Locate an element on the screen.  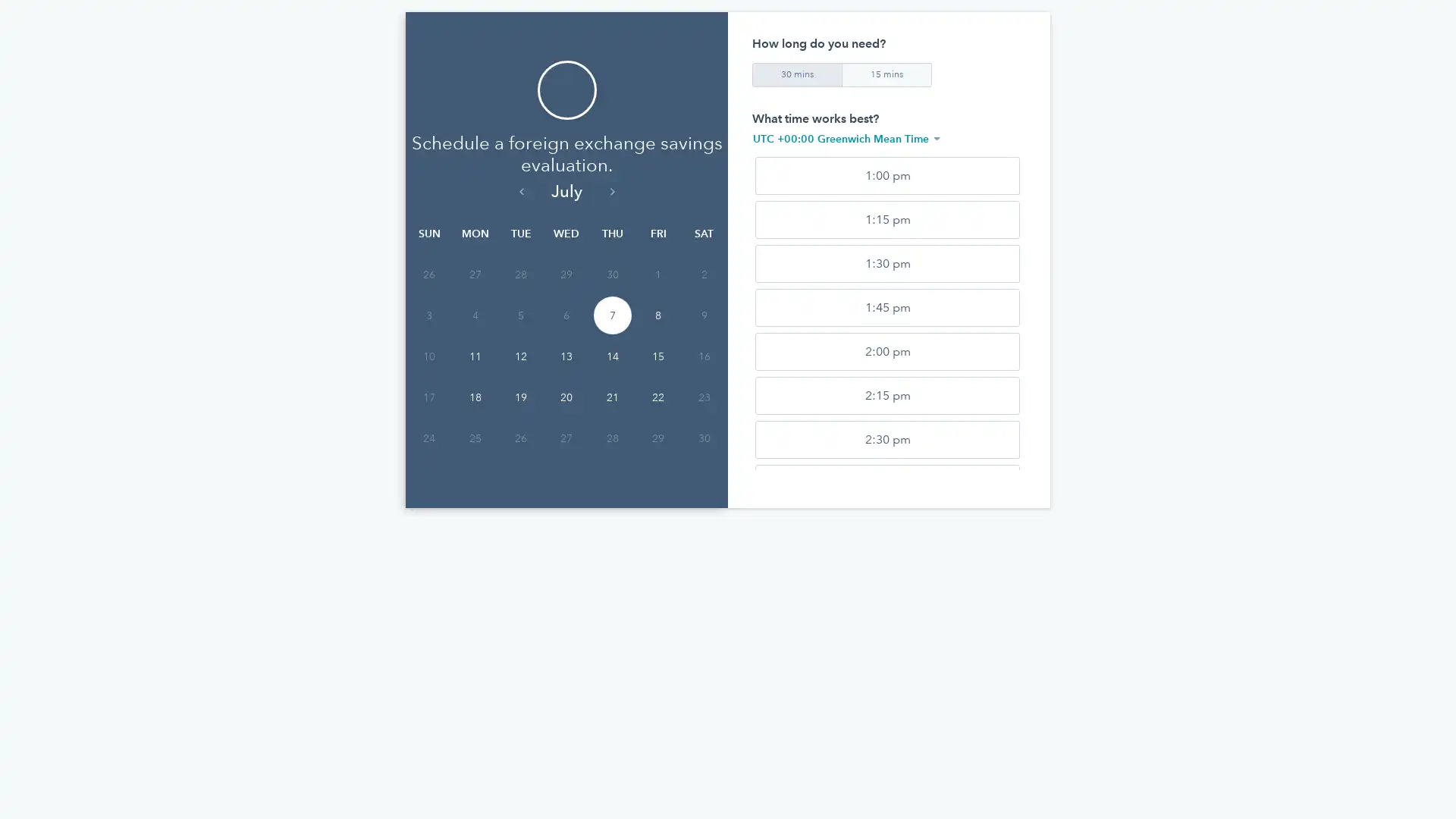
July 16th is located at coordinates (702, 356).